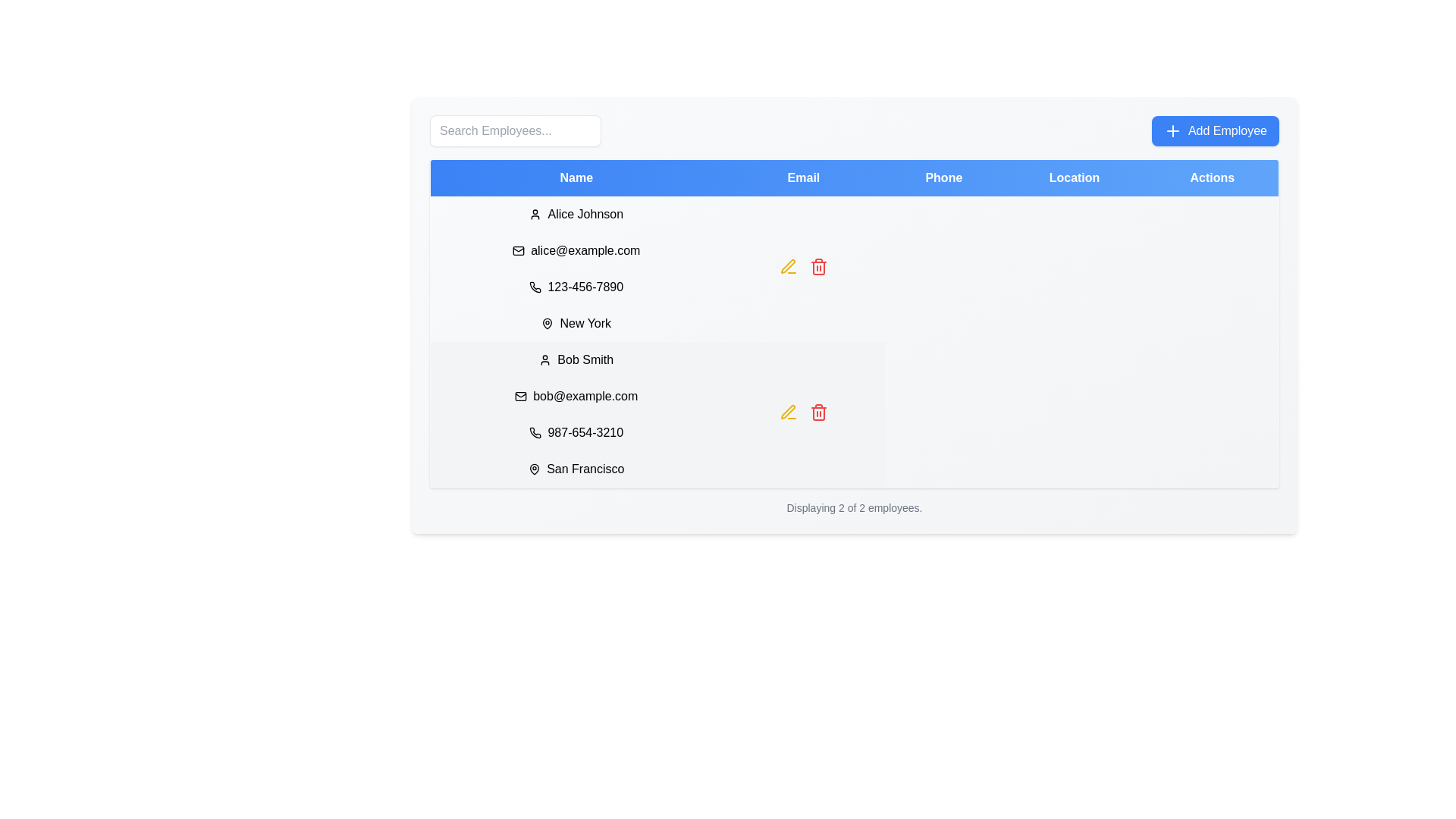 The width and height of the screenshot is (1456, 819). Describe the element at coordinates (576, 250) in the screenshot. I see `the email address displayed for 'Alice Johnson', which is the second piece of information in the row of user details` at that location.